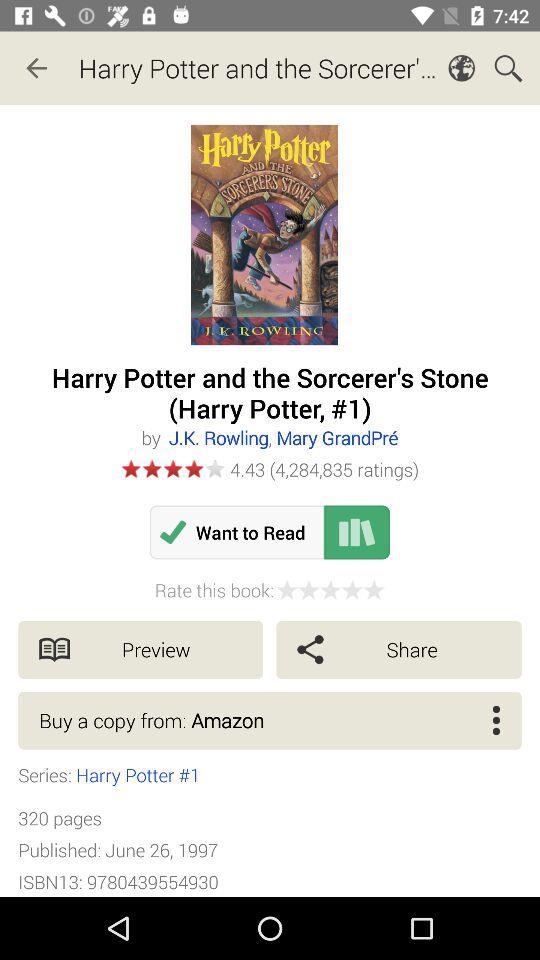 This screenshot has width=540, height=960. What do you see at coordinates (356, 531) in the screenshot?
I see `read the article` at bounding box center [356, 531].